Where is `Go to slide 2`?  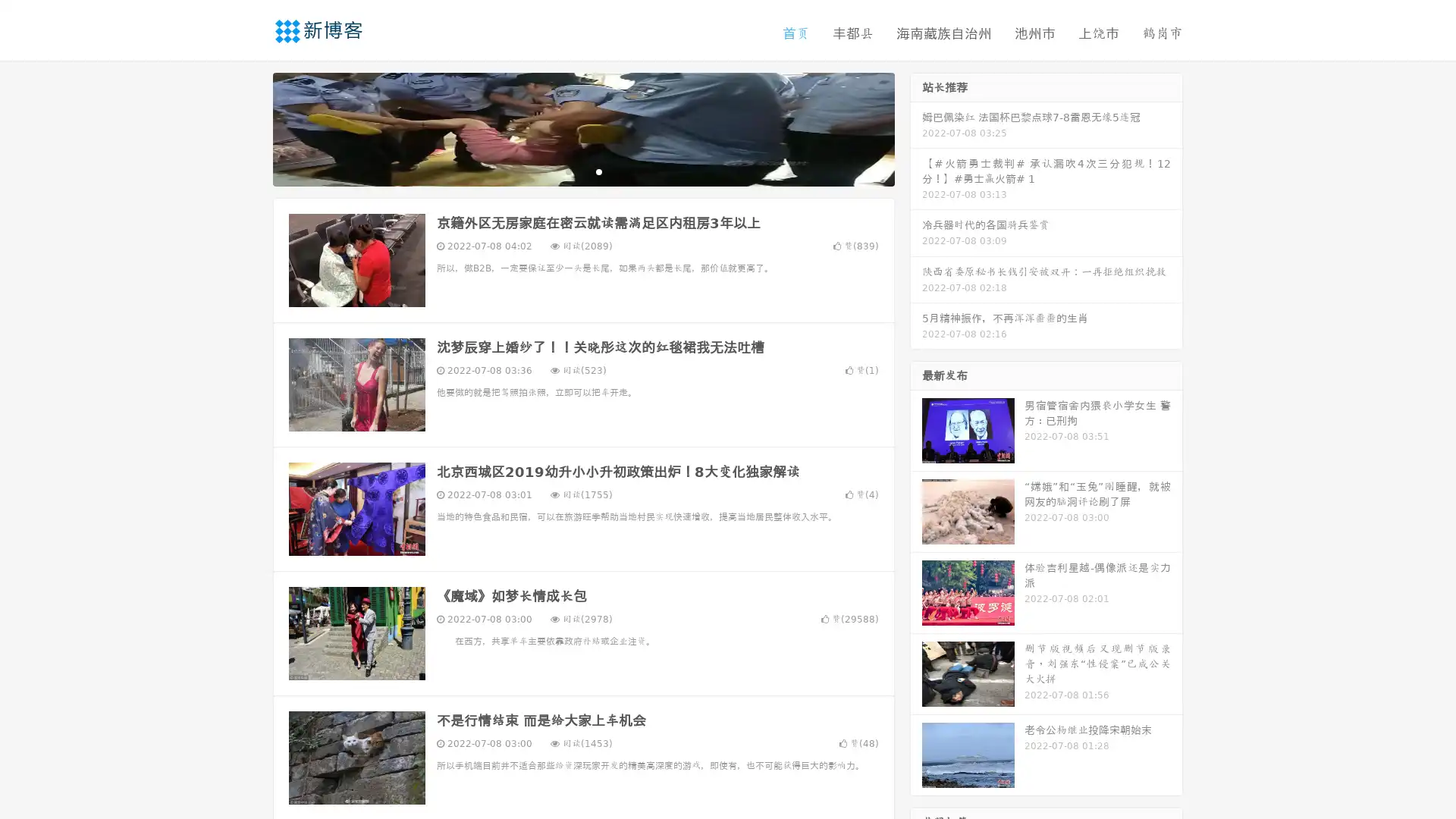
Go to slide 2 is located at coordinates (582, 171).